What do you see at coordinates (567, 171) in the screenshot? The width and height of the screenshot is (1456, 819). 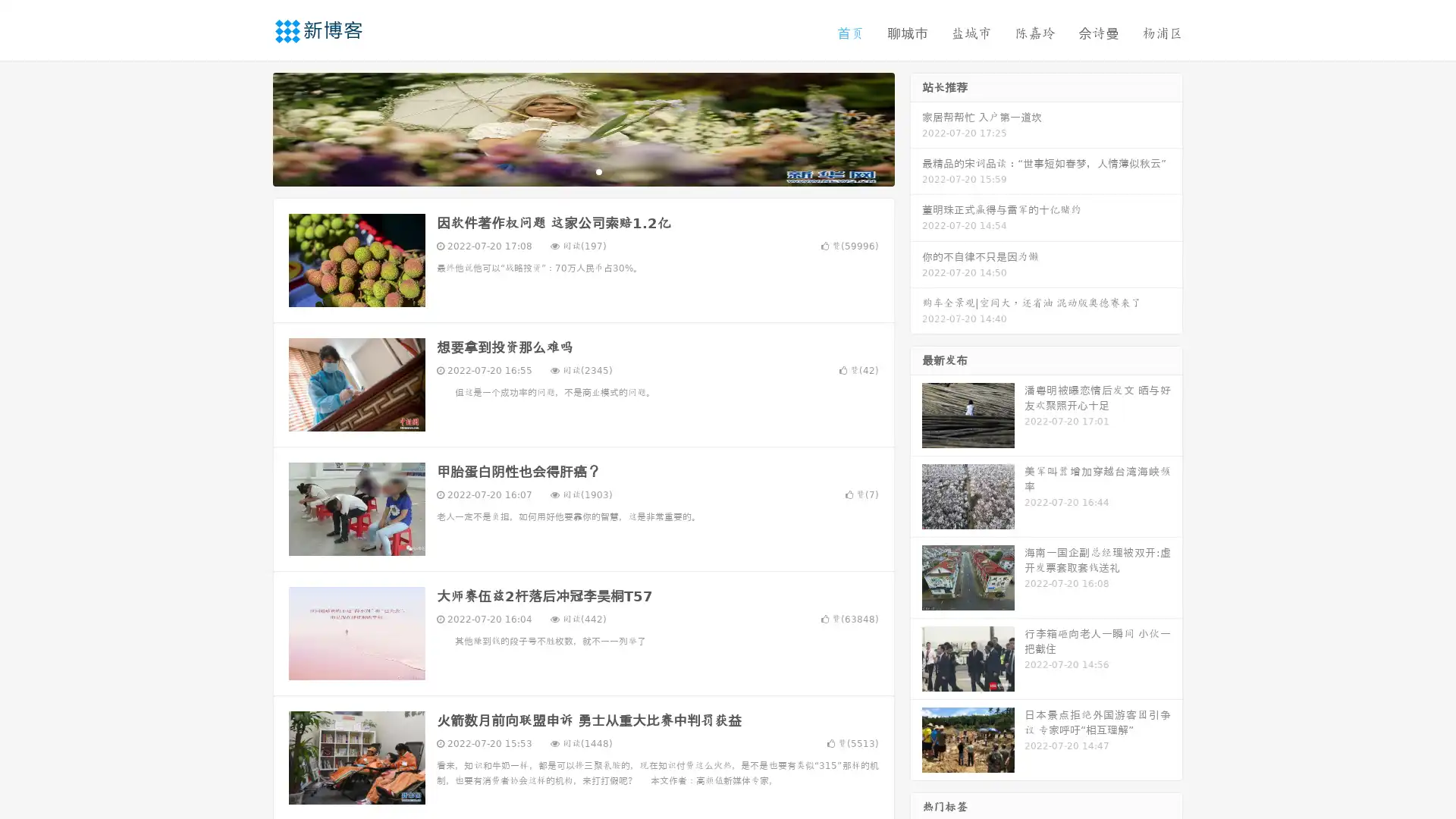 I see `Go to slide 1` at bounding box center [567, 171].